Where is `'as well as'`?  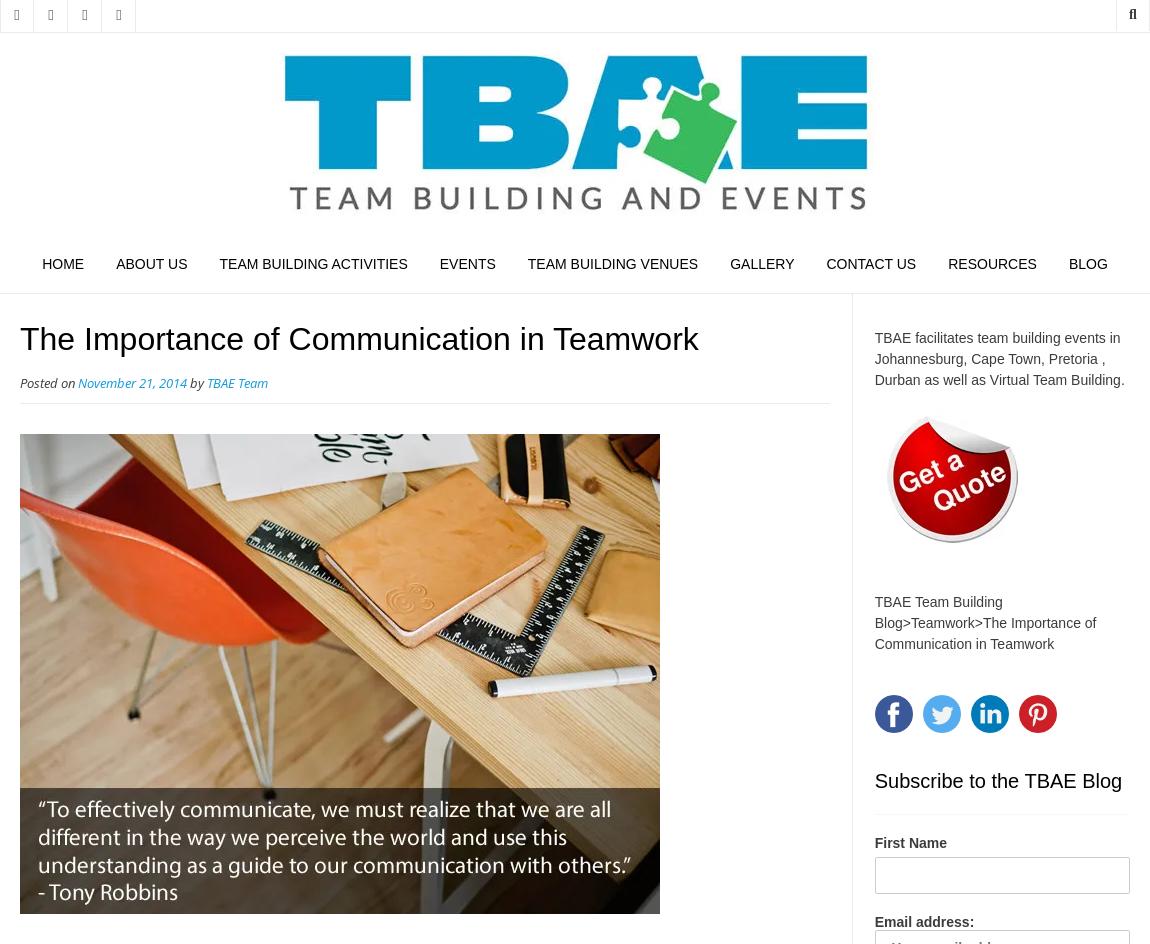 'as well as' is located at coordinates (954, 379).